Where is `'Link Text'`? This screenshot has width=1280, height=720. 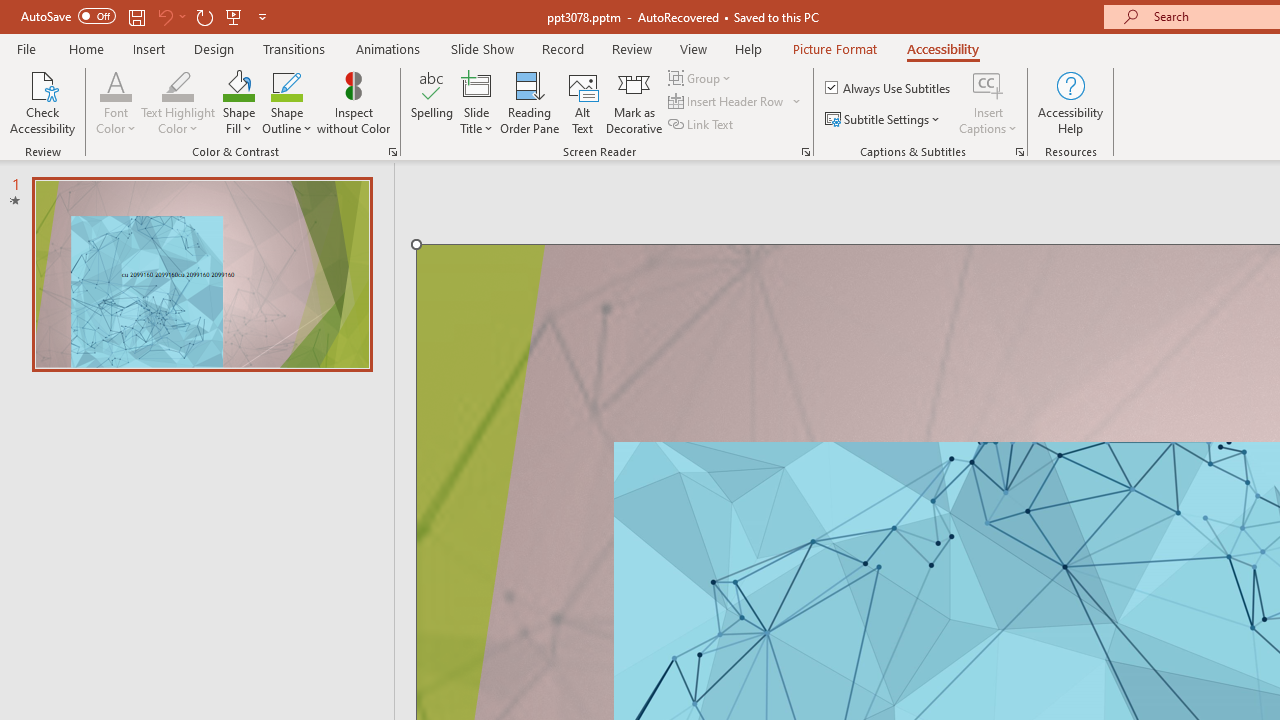
'Link Text' is located at coordinates (702, 124).